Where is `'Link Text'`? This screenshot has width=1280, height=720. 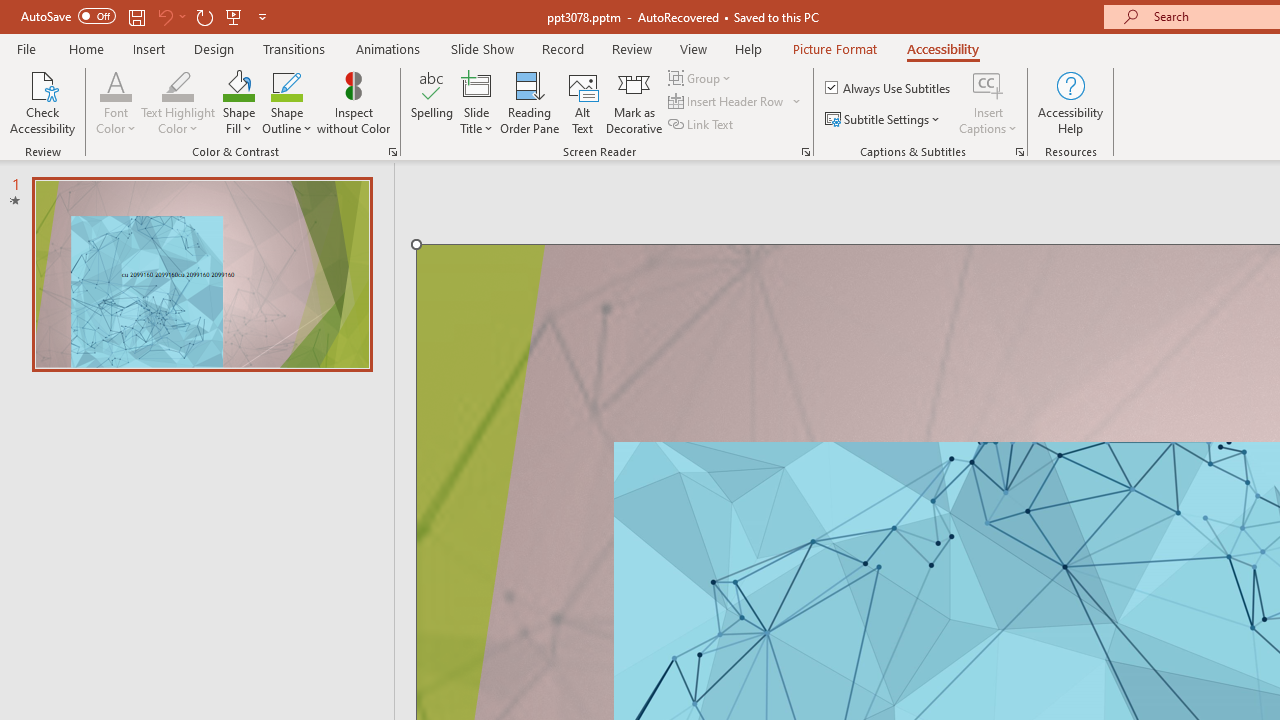
'Link Text' is located at coordinates (702, 124).